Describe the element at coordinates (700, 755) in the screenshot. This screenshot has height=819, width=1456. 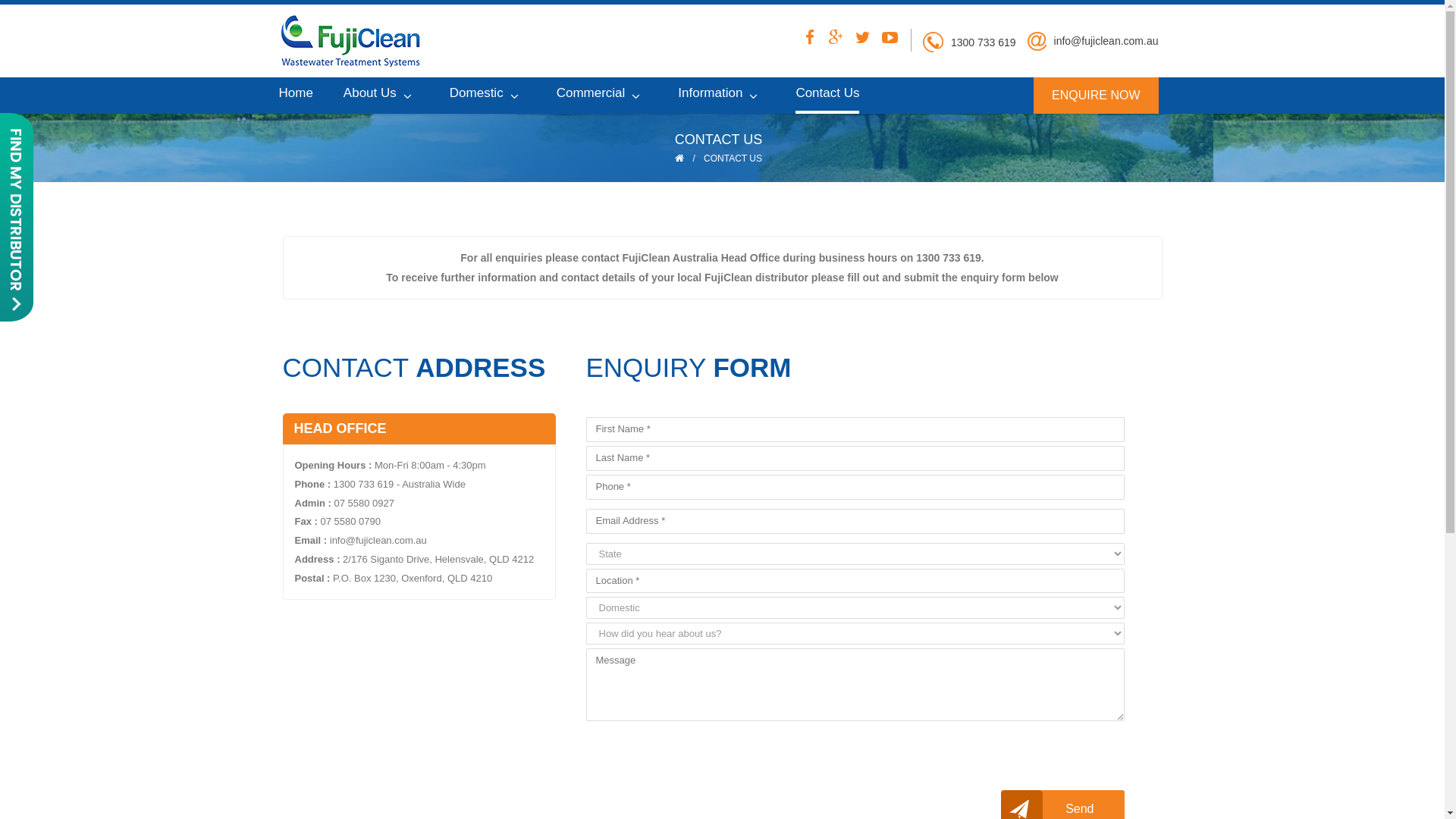
I see `'reCAPTCHA'` at that location.